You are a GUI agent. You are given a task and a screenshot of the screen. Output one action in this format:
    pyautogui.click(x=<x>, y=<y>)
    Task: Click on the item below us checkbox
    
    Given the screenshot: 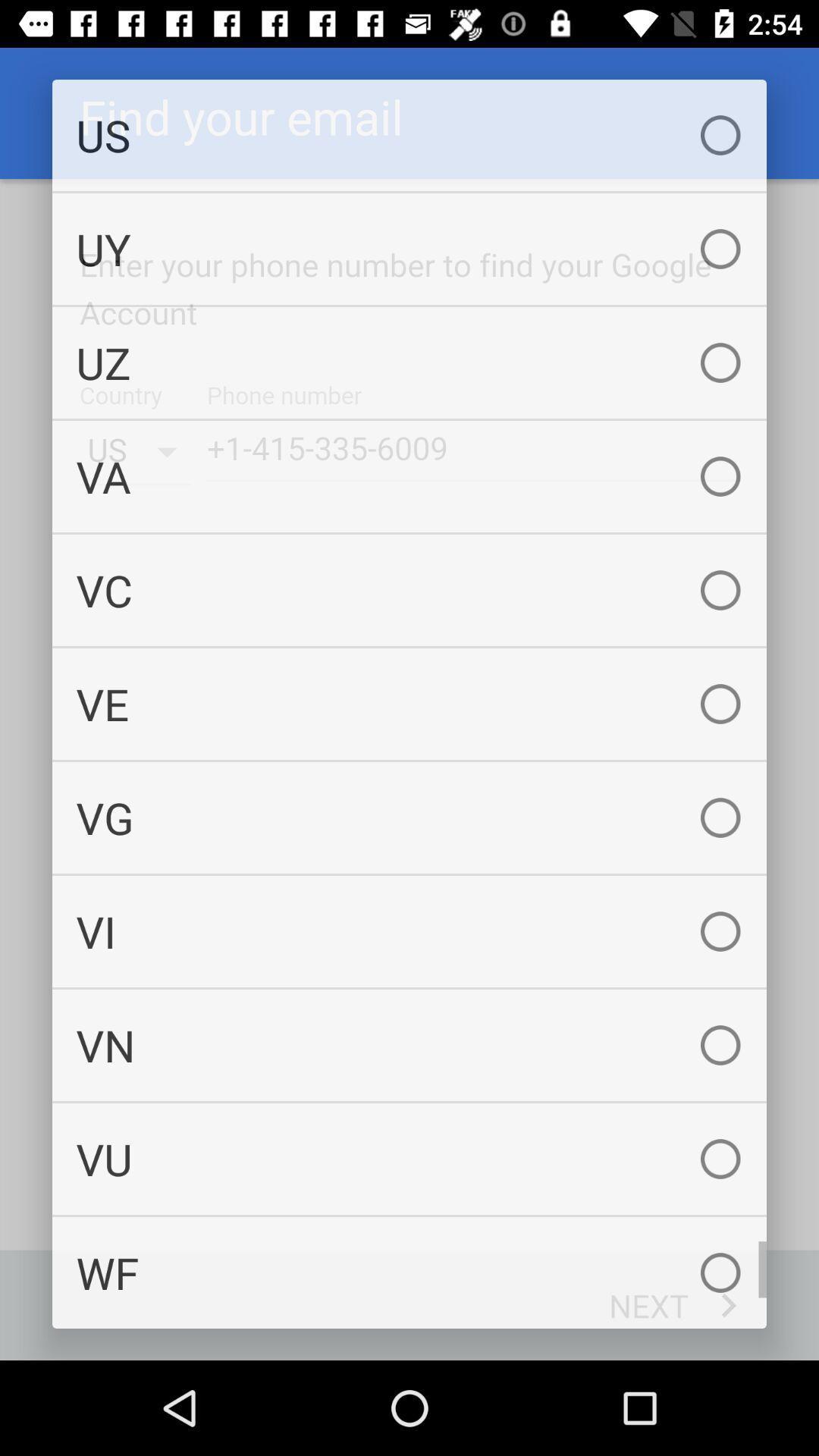 What is the action you would take?
    pyautogui.click(x=409, y=249)
    